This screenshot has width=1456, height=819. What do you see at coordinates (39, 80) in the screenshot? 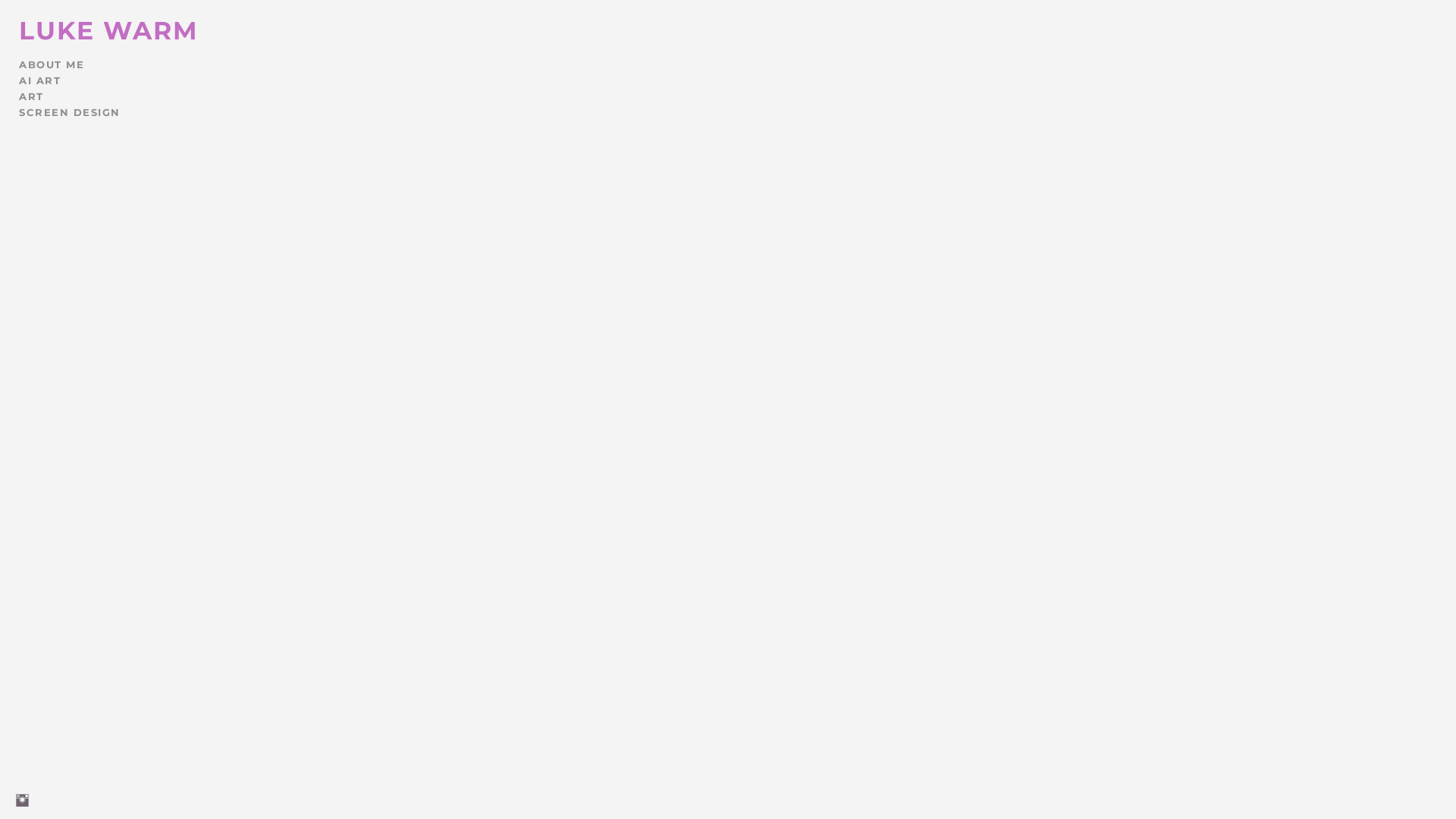
I see `'AI ART'` at bounding box center [39, 80].